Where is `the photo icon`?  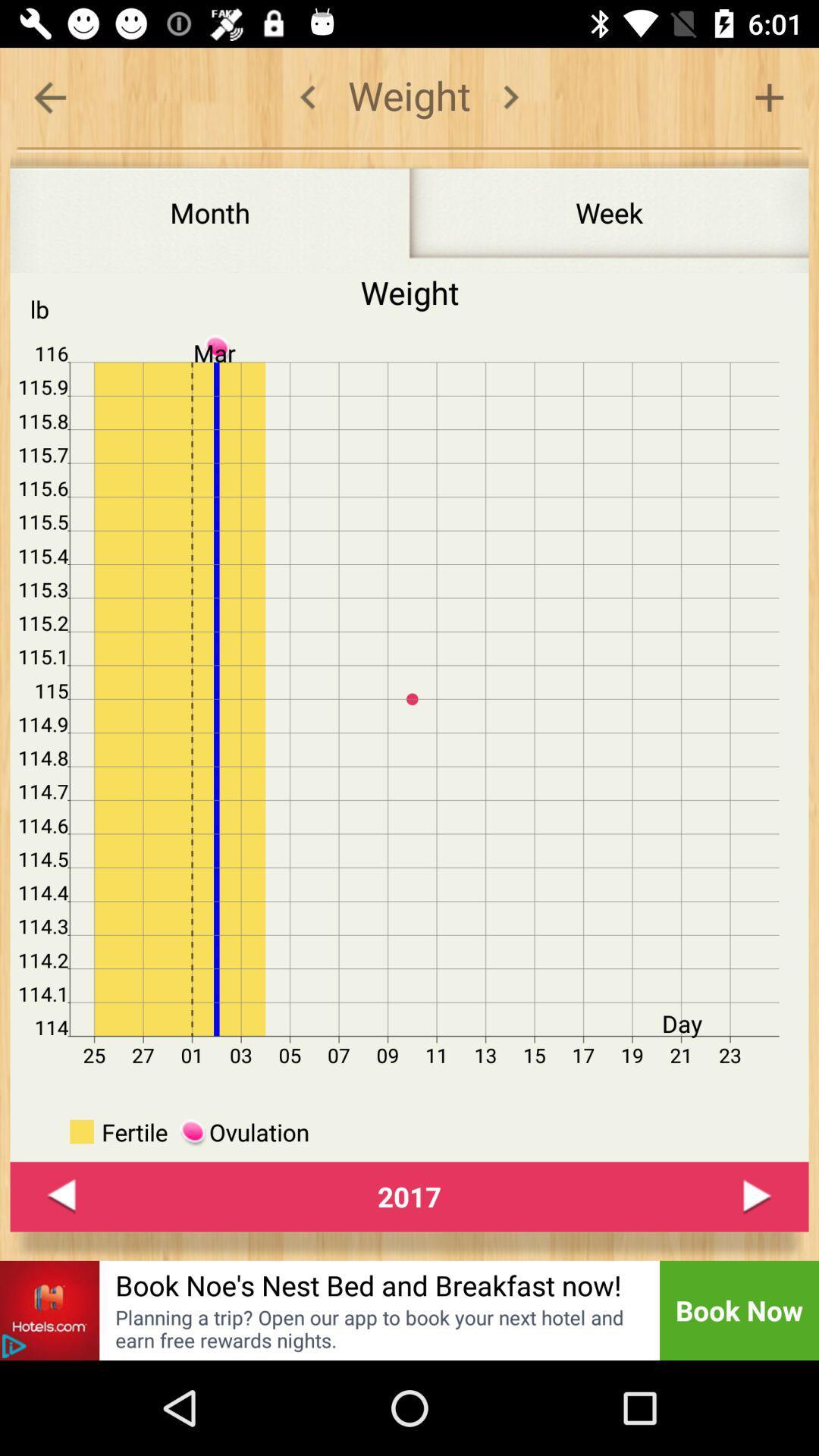 the photo icon is located at coordinates (49, 1310).